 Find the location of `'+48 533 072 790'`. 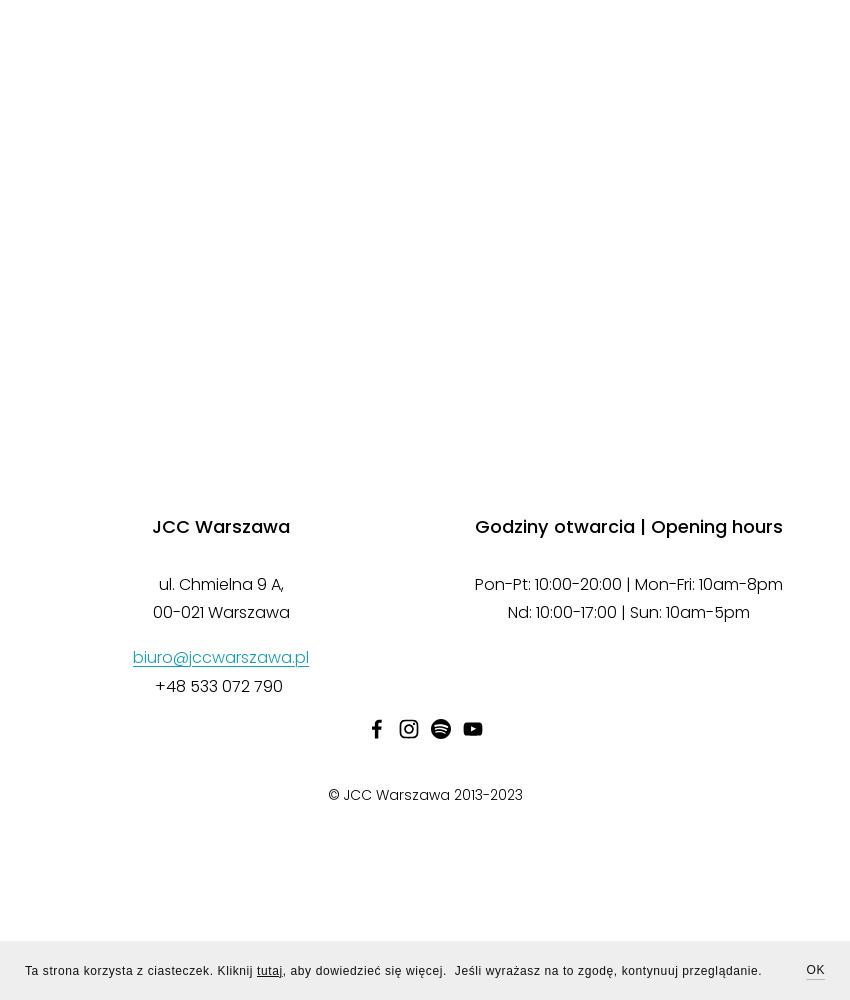

'+48 533 072 790' is located at coordinates (221, 685).